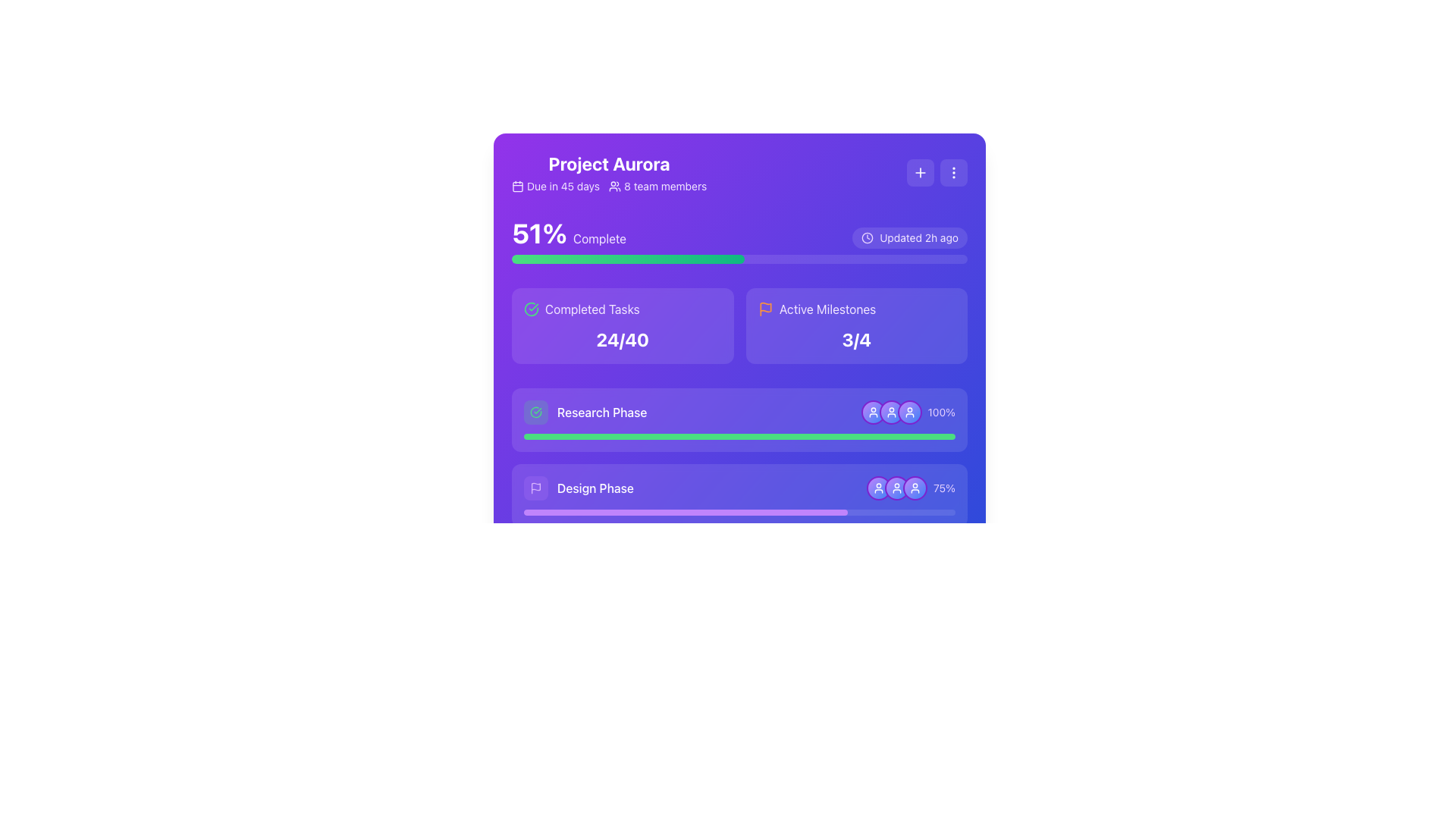 The image size is (1456, 819). Describe the element at coordinates (665, 186) in the screenshot. I see `the text label reading '8 team members' that is styled with a smaller font size on a purple background, located in the header section near the title 'Project Aurora'` at that location.